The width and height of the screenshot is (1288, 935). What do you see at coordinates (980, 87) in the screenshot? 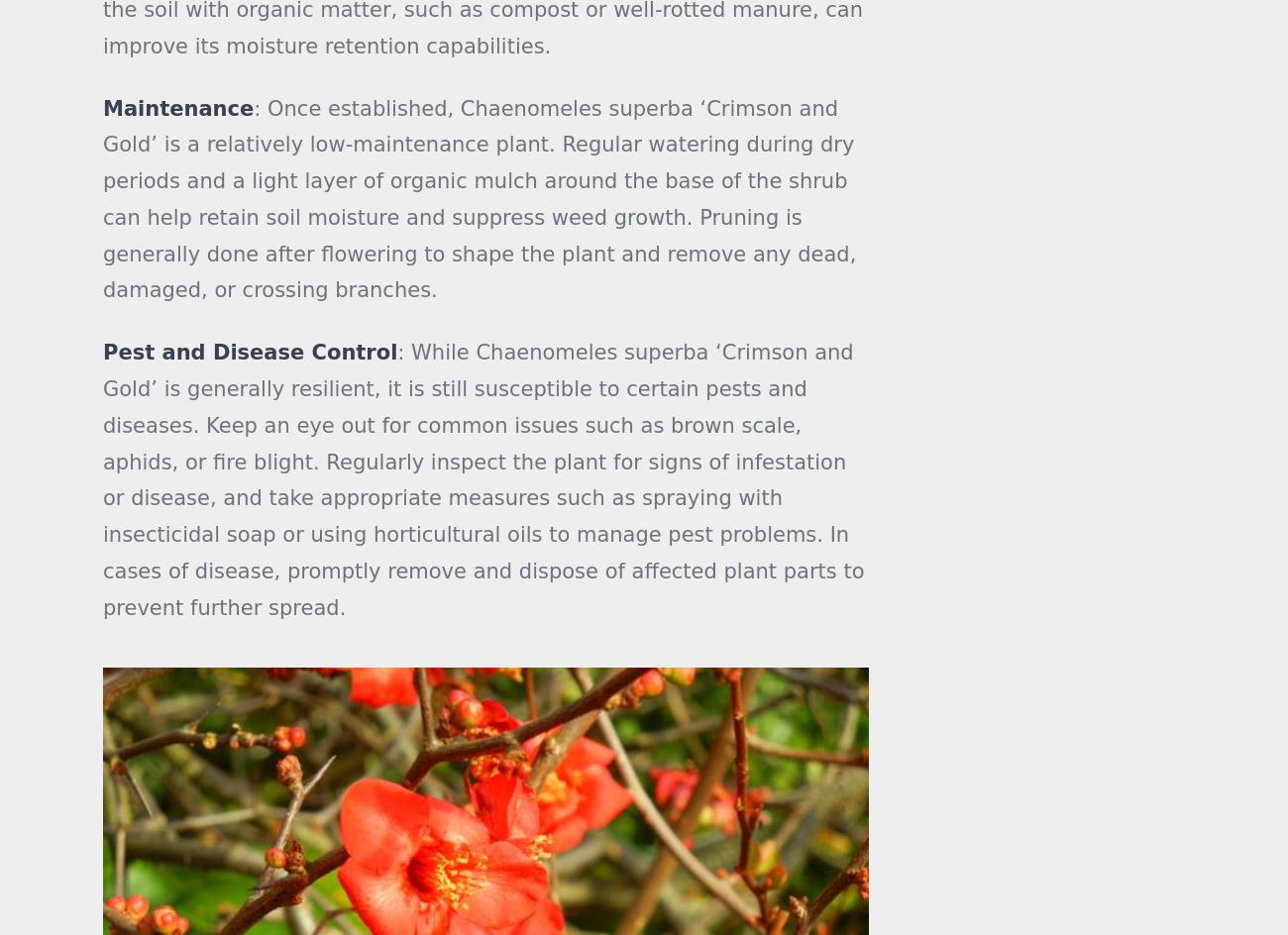
I see `'Spring'` at bounding box center [980, 87].